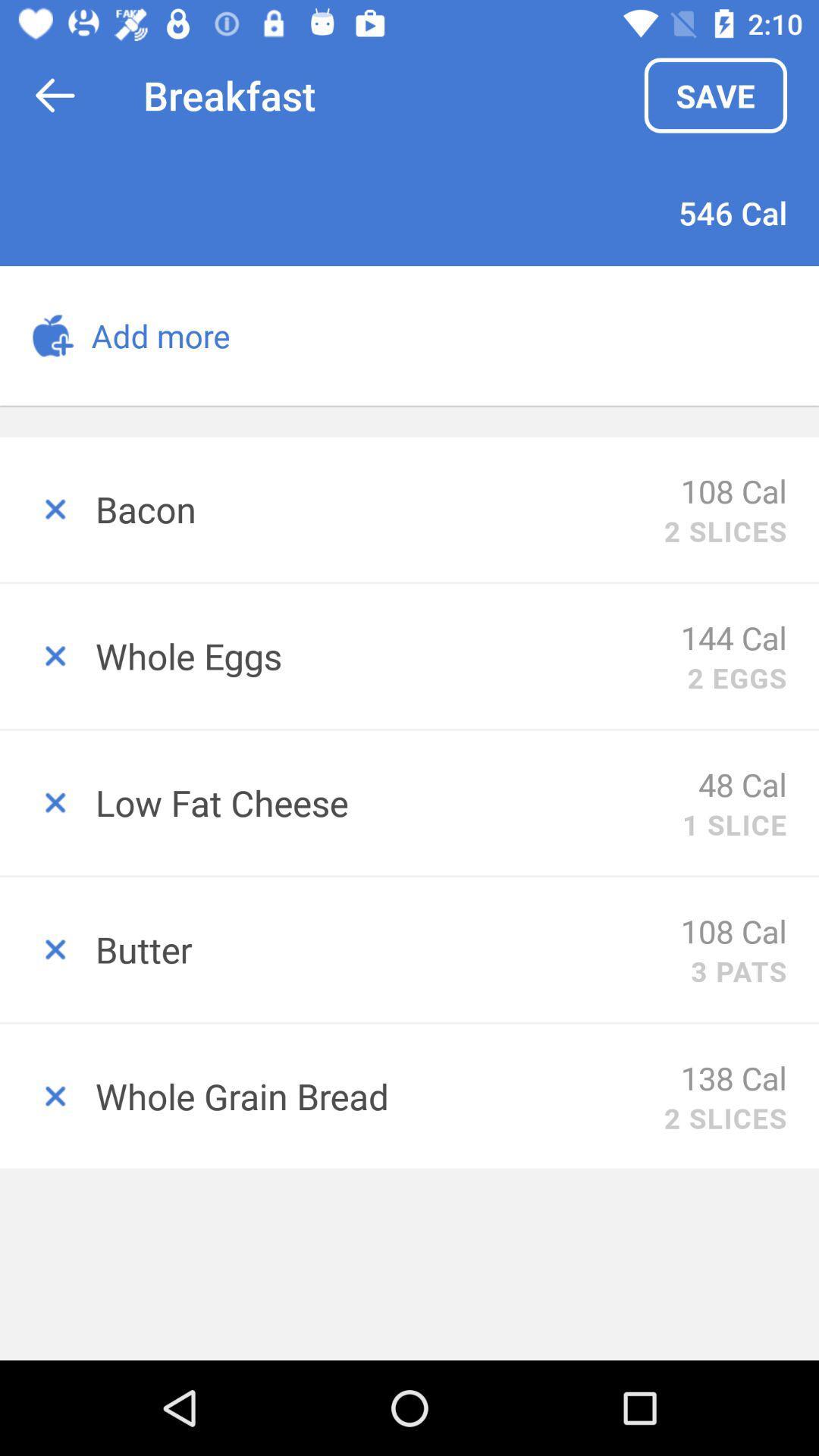  I want to click on delete item, so click(46, 656).